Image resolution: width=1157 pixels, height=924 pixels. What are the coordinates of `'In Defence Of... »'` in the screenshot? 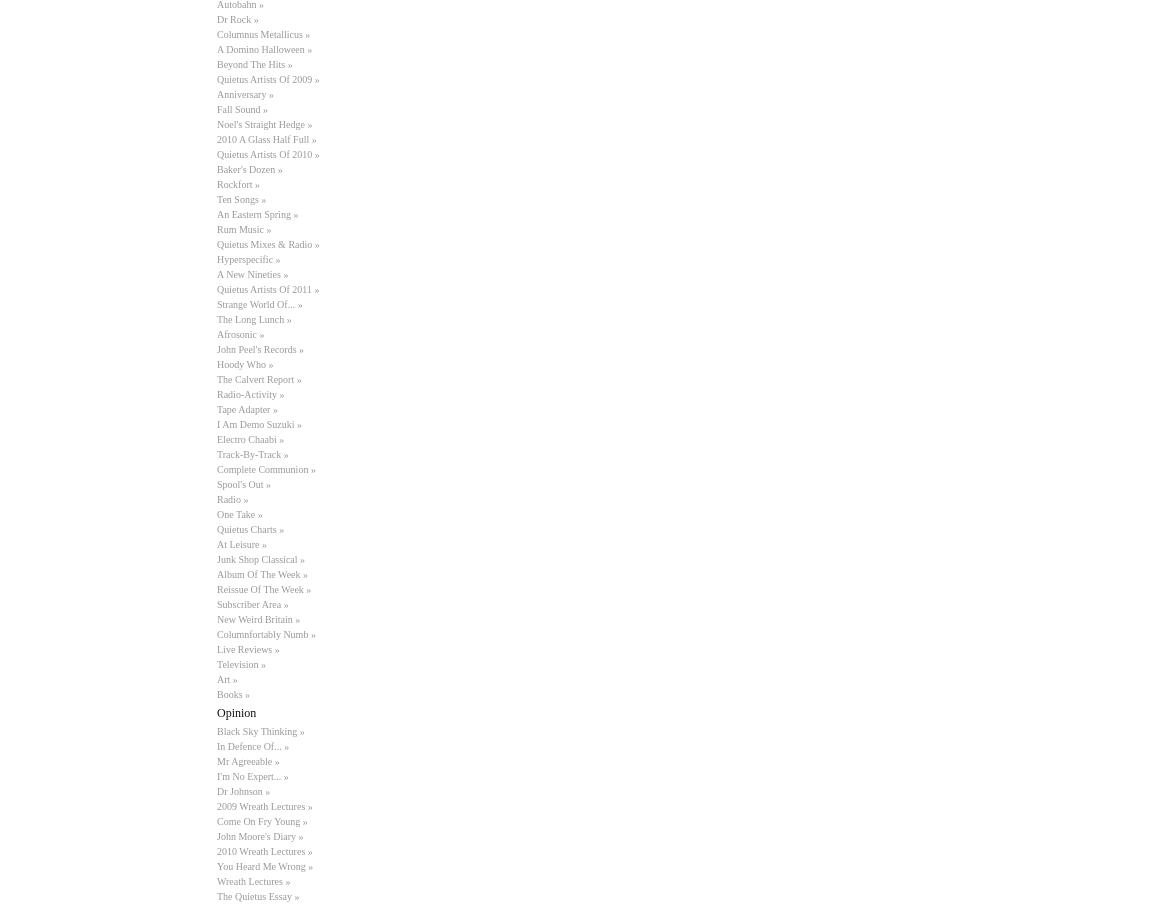 It's located at (253, 746).